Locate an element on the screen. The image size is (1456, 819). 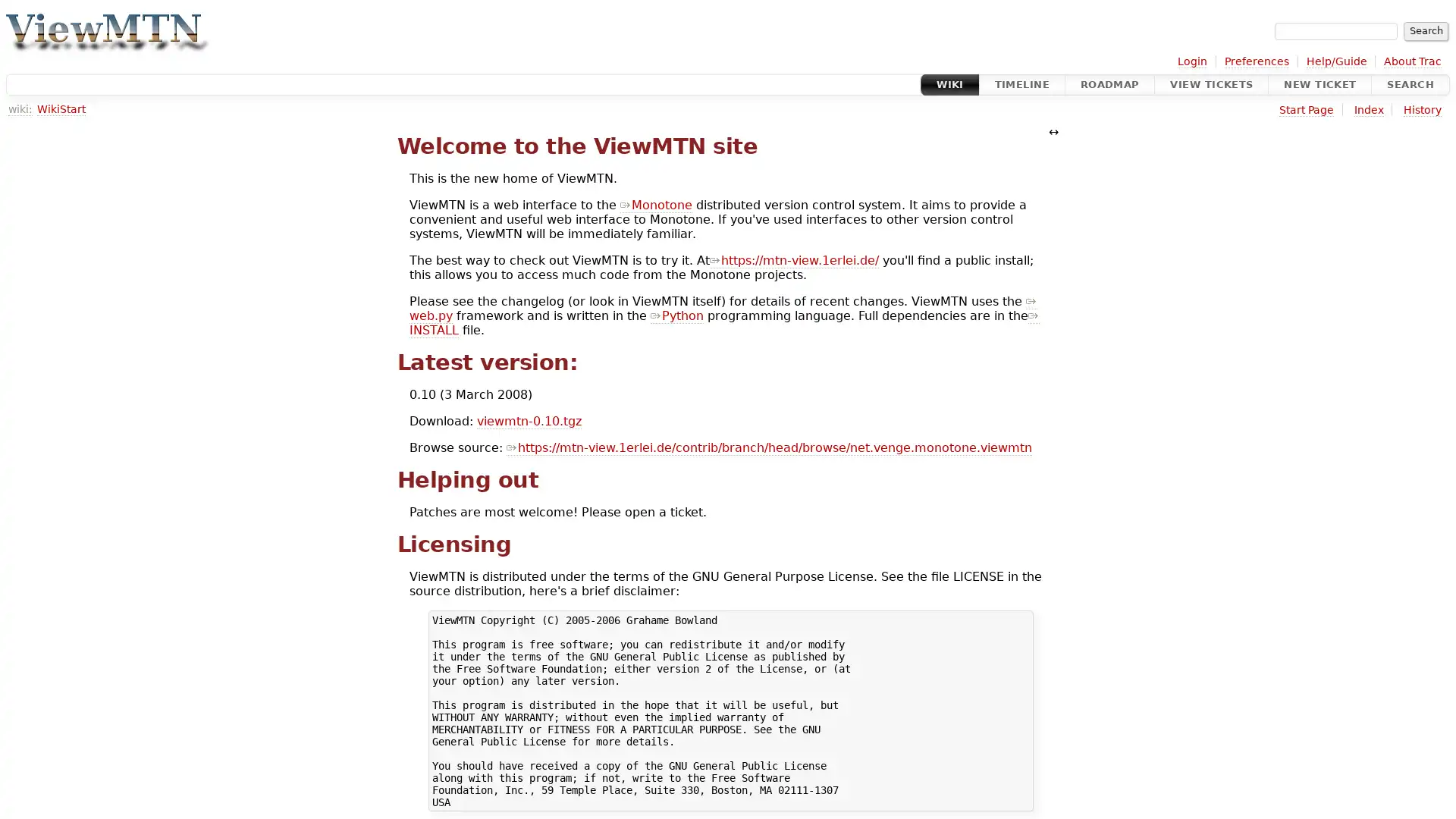
Search is located at coordinates (1425, 31).